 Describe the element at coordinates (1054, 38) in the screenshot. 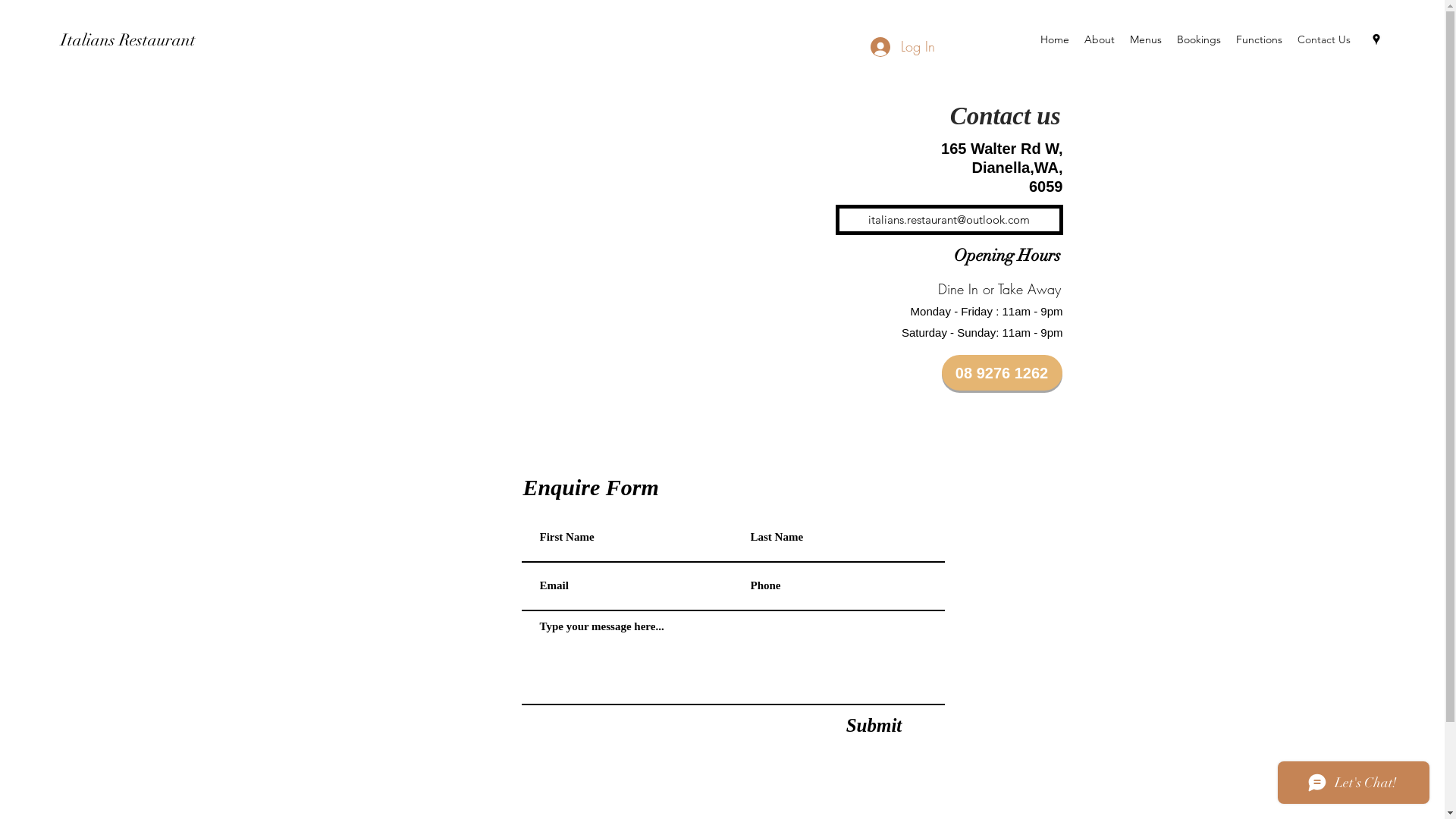

I see `'Home'` at that location.